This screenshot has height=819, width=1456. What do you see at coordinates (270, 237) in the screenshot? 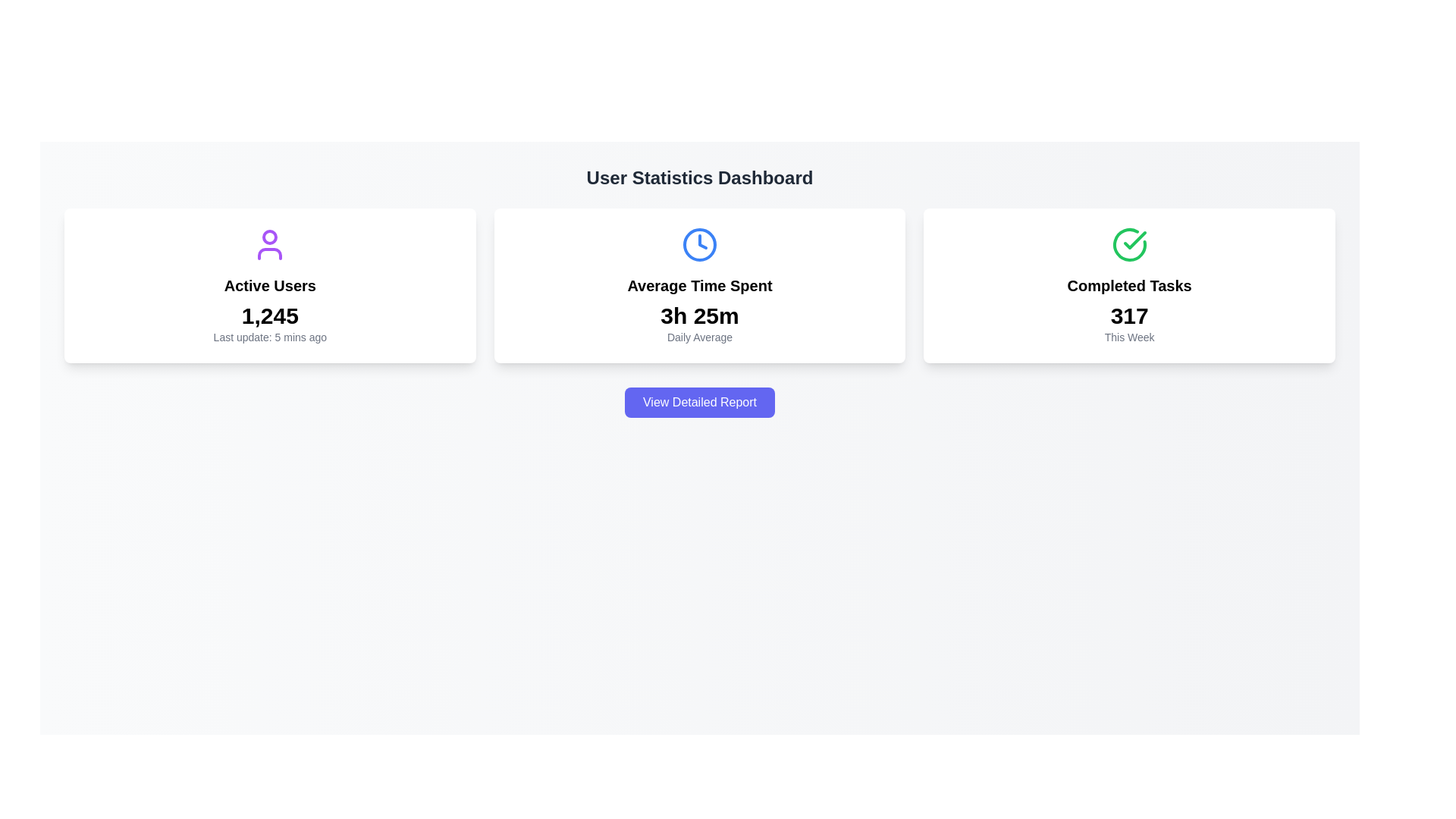
I see `the user head icon within the 'Active Users' card located at the top-center of the SVG icon` at bounding box center [270, 237].